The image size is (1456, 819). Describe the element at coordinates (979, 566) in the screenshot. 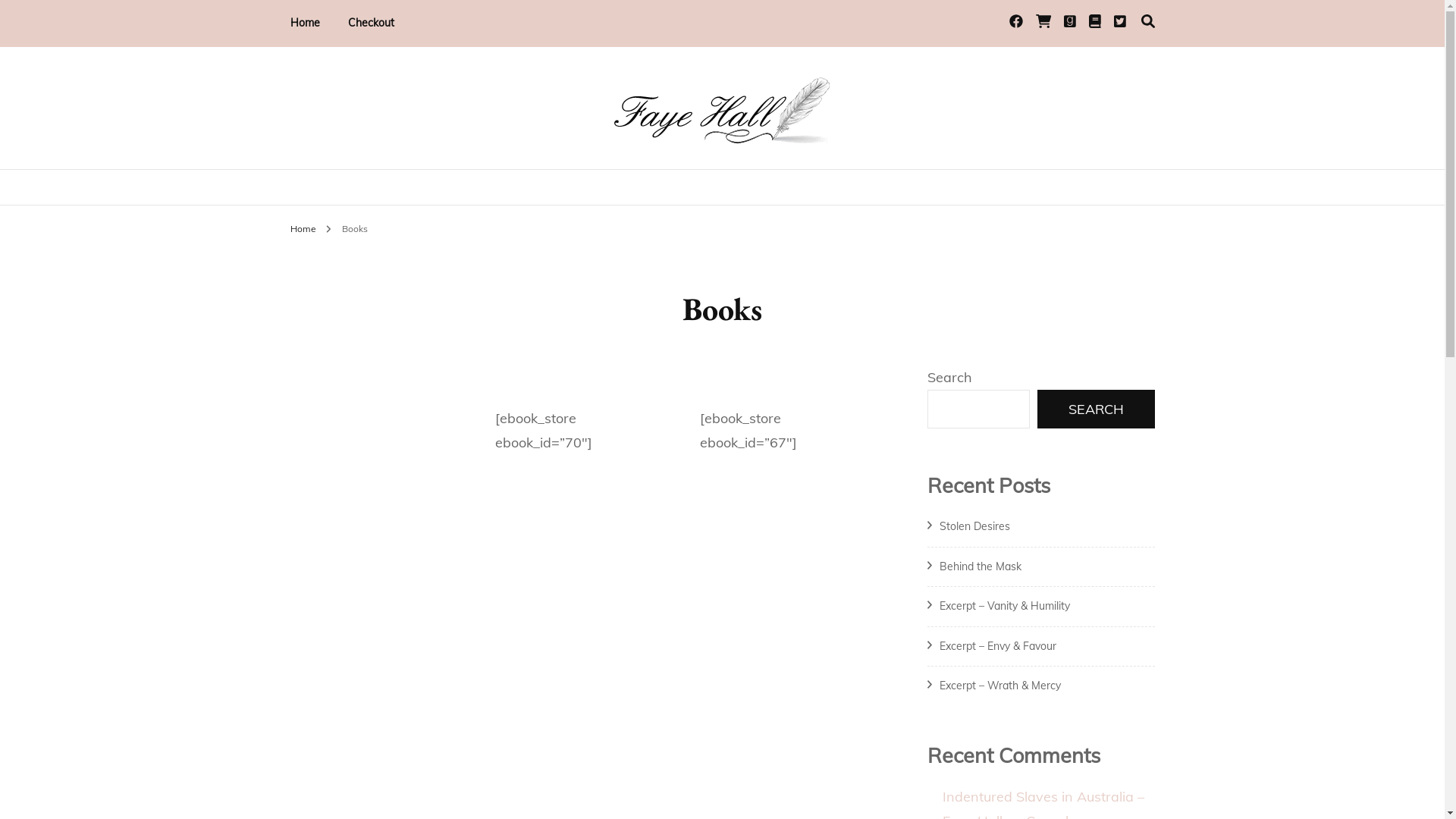

I see `'Behind the Mask'` at that location.